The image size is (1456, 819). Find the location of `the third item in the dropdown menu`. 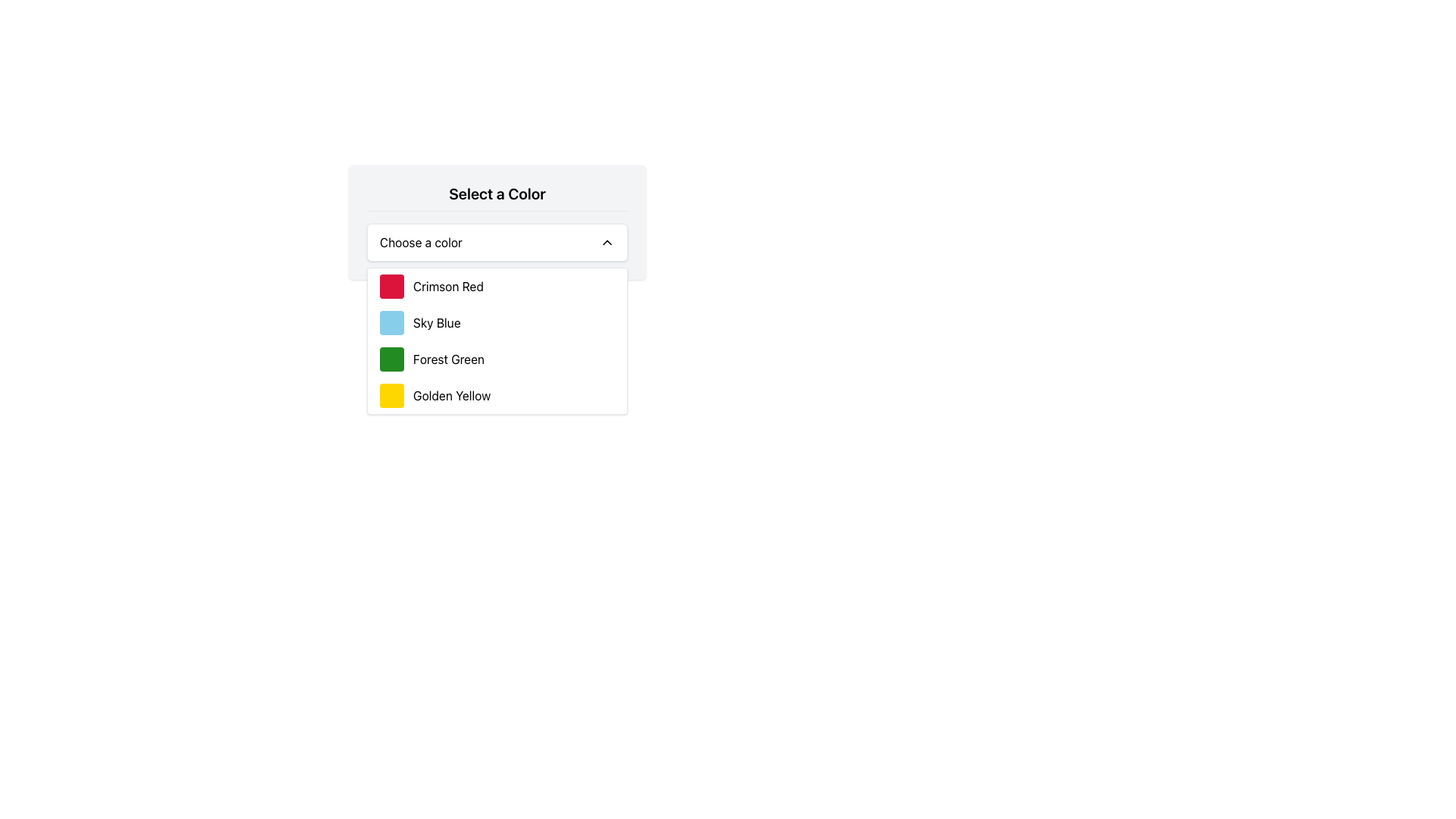

the third item in the dropdown menu is located at coordinates (497, 359).